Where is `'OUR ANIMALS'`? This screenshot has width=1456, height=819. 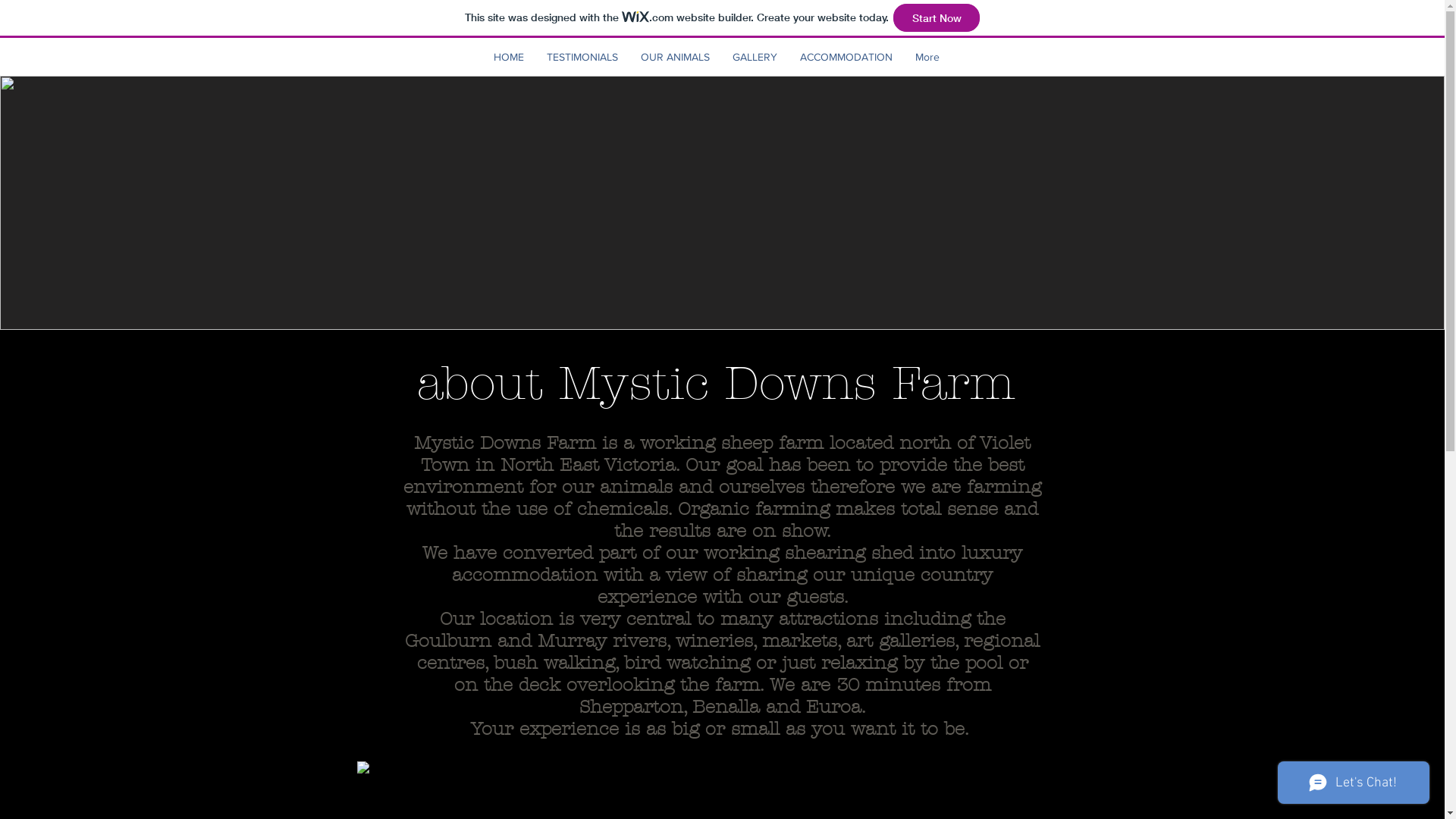 'OUR ANIMALS' is located at coordinates (674, 55).